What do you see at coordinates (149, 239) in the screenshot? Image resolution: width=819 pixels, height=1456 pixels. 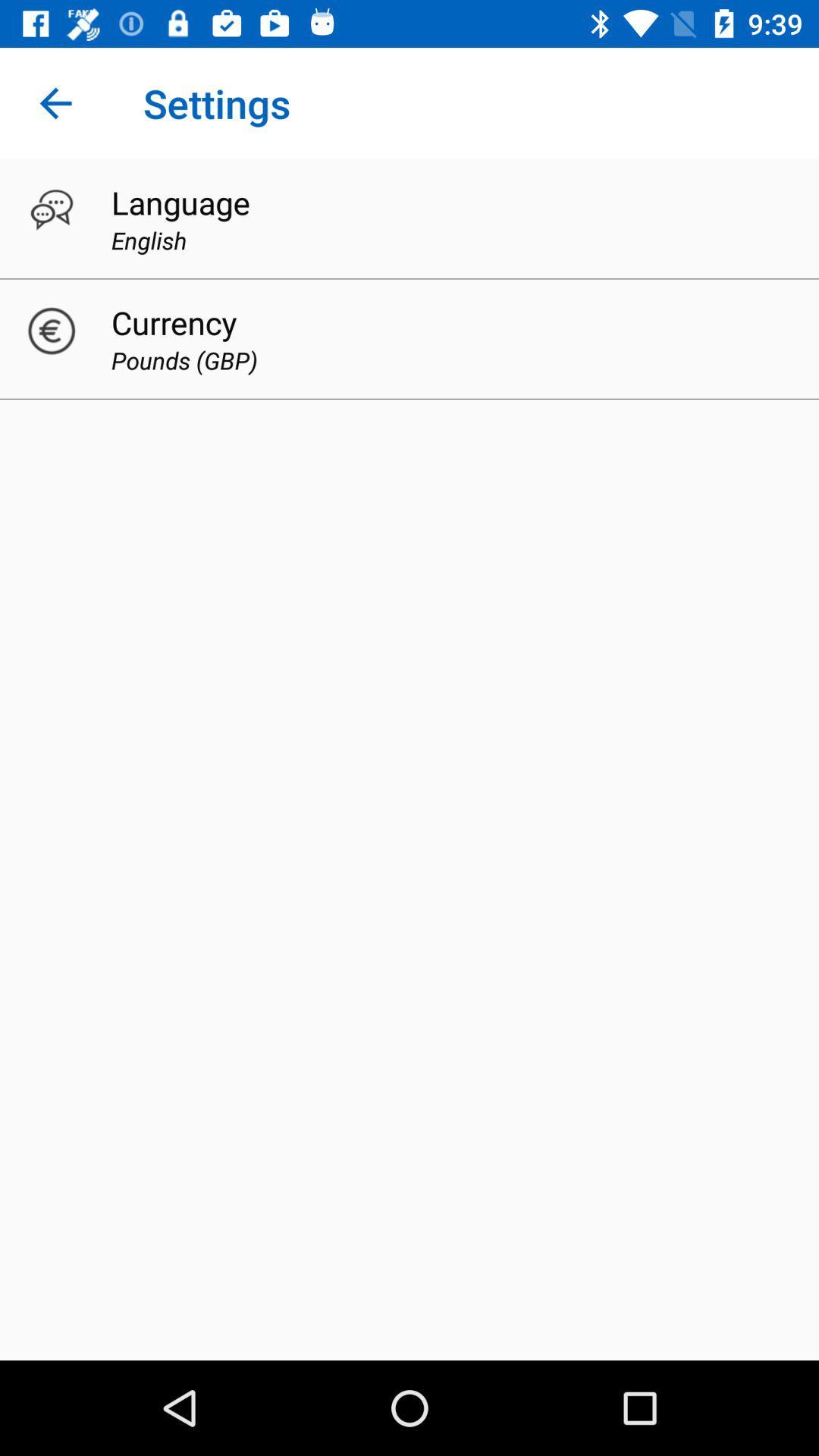 I see `english item` at bounding box center [149, 239].